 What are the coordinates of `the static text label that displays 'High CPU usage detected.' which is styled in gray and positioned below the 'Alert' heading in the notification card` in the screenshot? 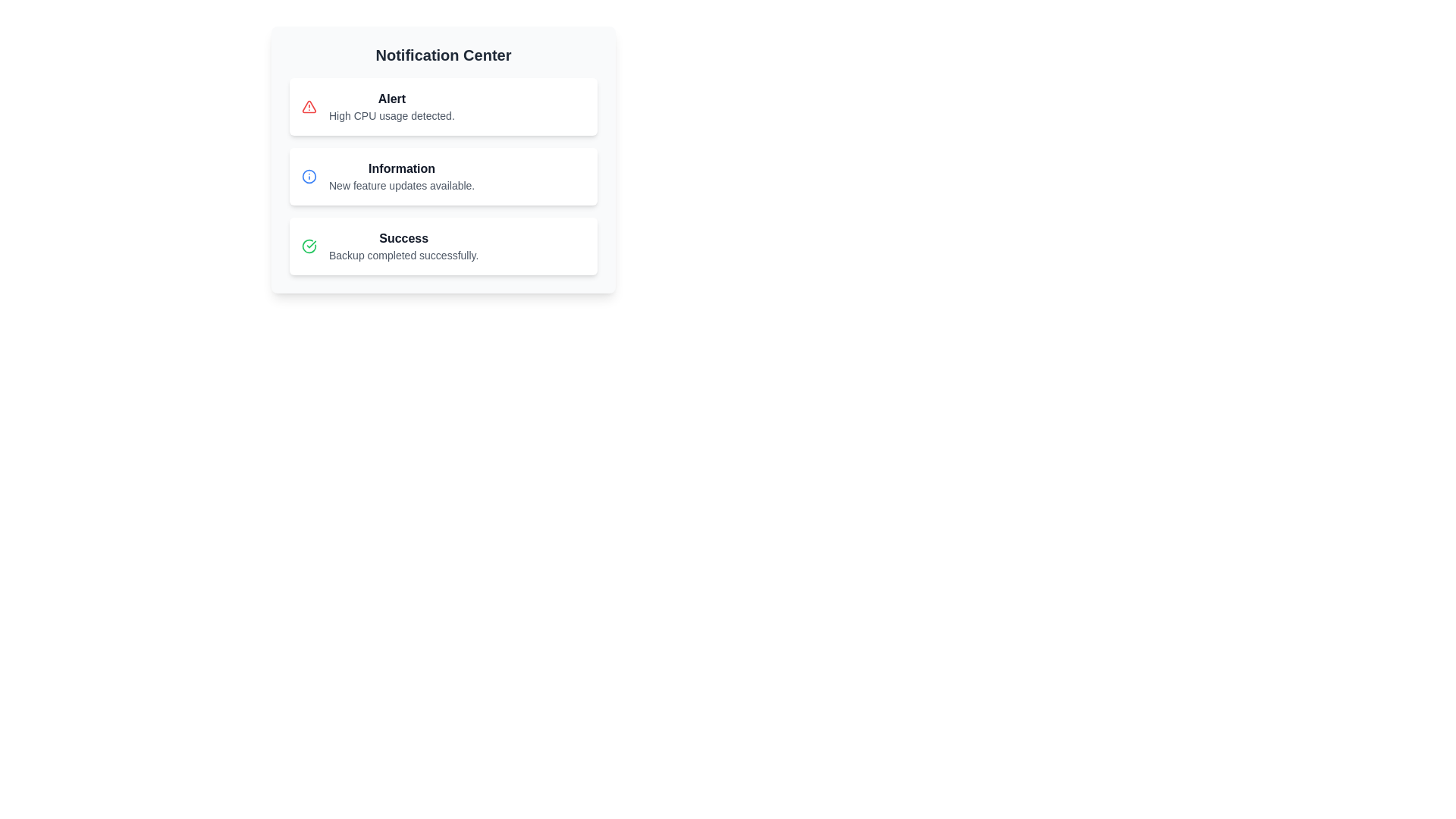 It's located at (391, 115).